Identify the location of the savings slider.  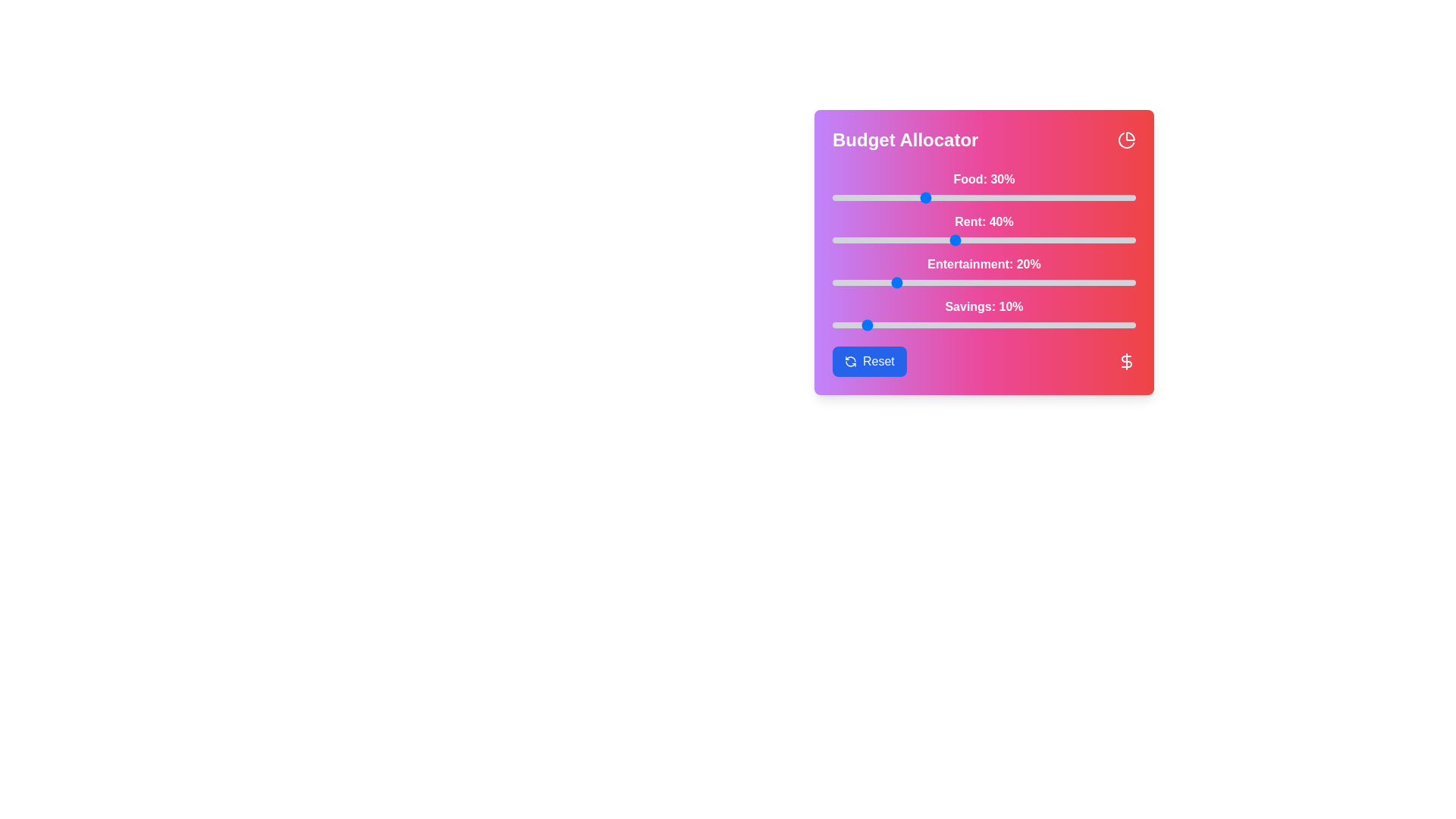
(1005, 324).